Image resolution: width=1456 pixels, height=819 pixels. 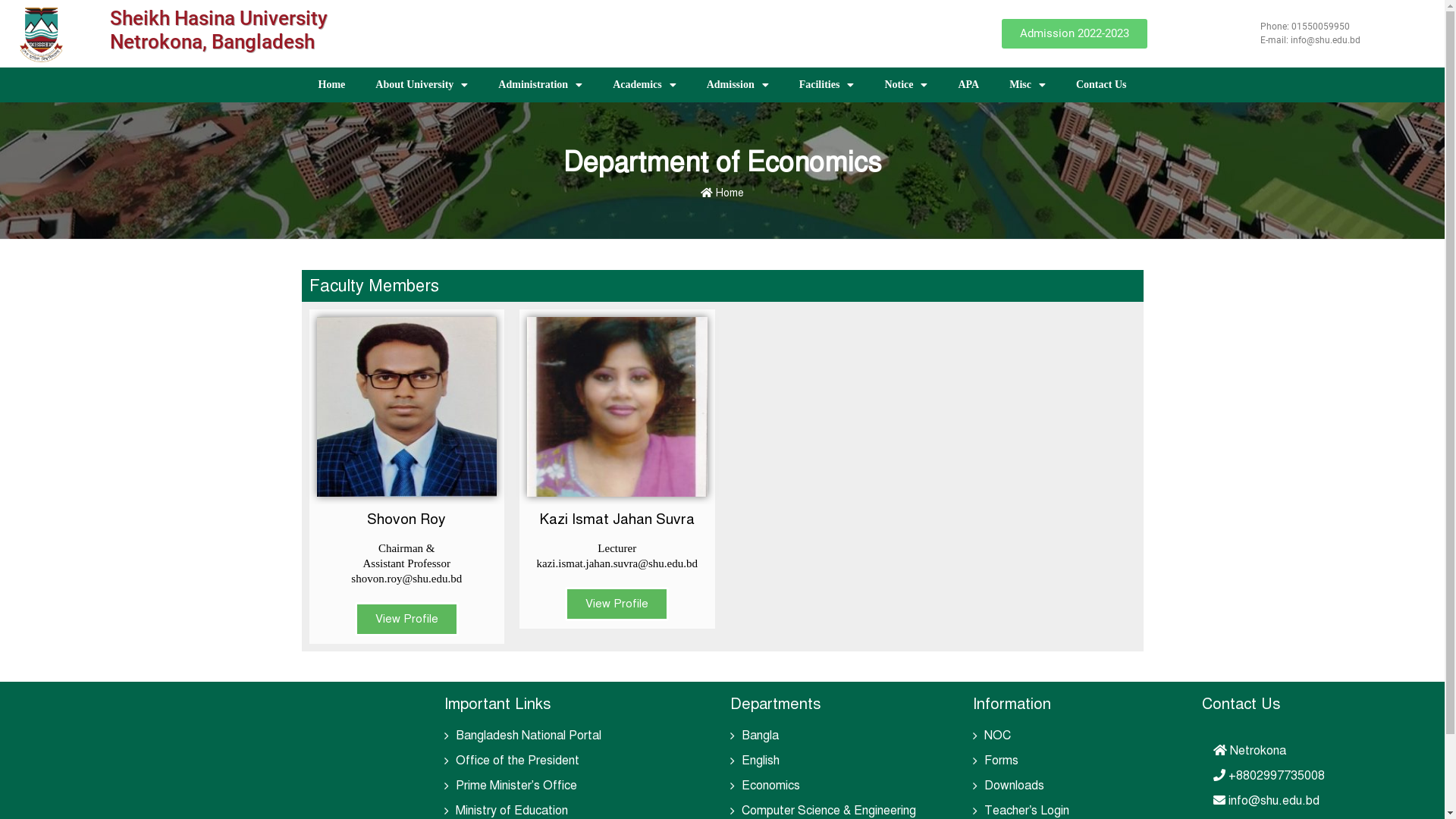 What do you see at coordinates (1059, 84) in the screenshot?
I see `'Contact Us'` at bounding box center [1059, 84].